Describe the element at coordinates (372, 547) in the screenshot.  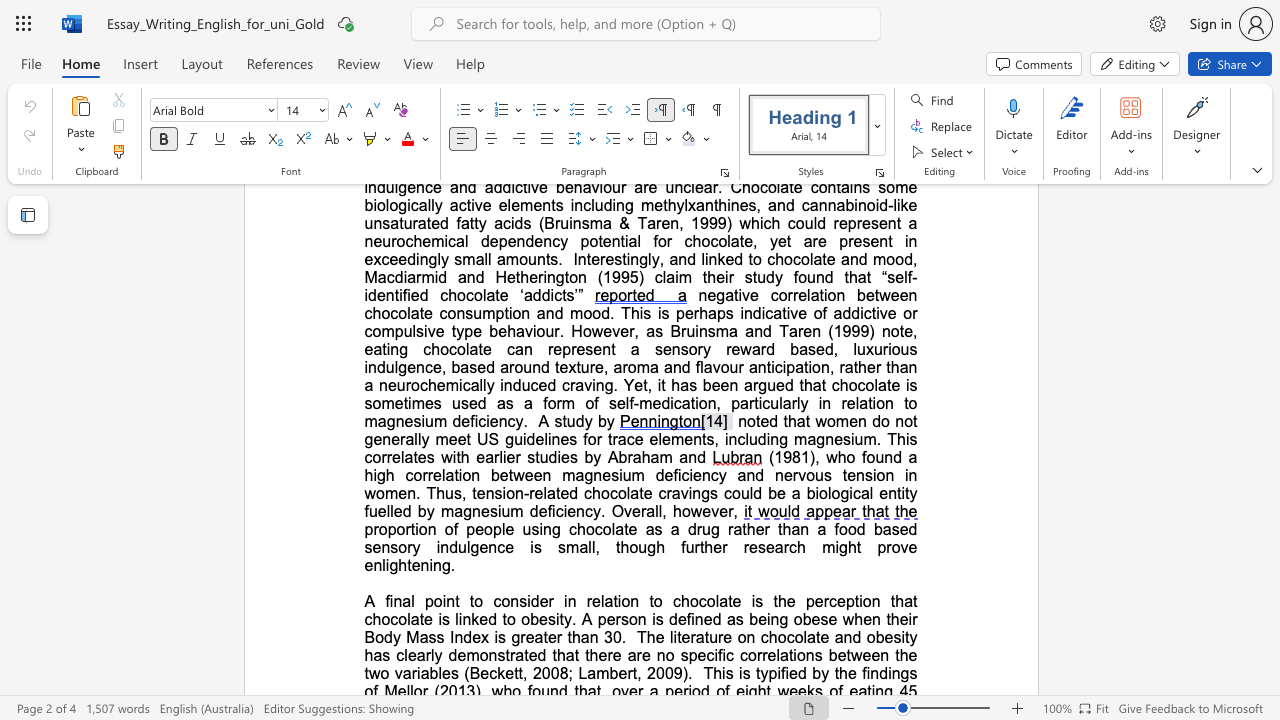
I see `the subset text "ensory indulgence" within the text "proportion of people using chocolate as a drug rather than a food based sensory indulgence is small, though further research might prove enlightening."` at that location.